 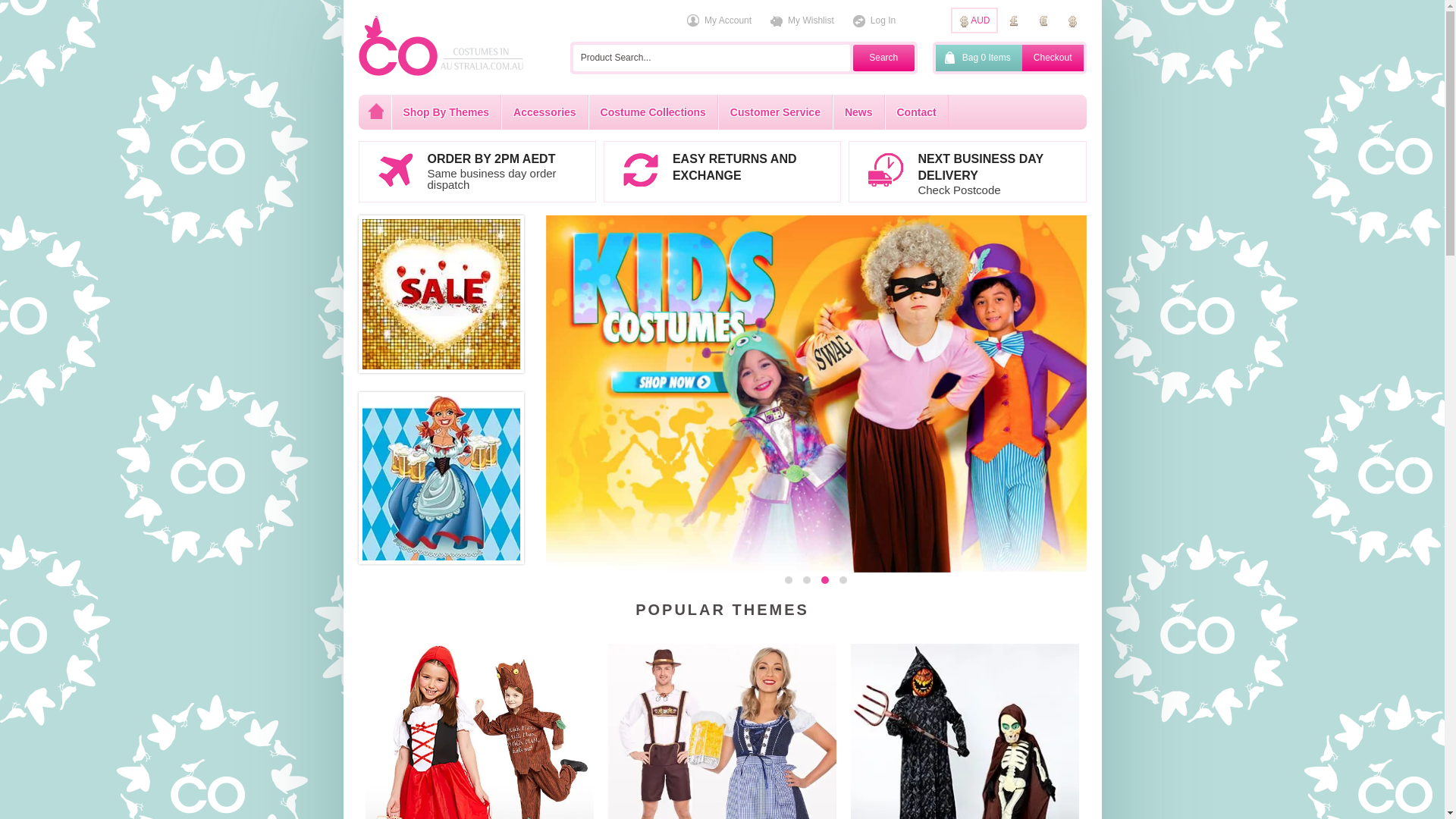 I want to click on 'ORDER BY 2PM AEDT, so click(x=475, y=171).